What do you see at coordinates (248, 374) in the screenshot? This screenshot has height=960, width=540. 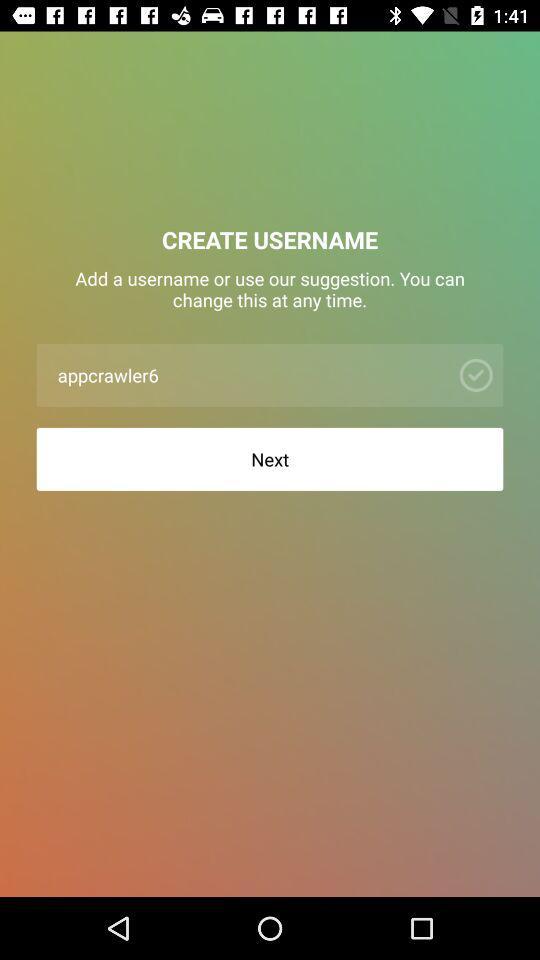 I see `the app below the add a username` at bounding box center [248, 374].